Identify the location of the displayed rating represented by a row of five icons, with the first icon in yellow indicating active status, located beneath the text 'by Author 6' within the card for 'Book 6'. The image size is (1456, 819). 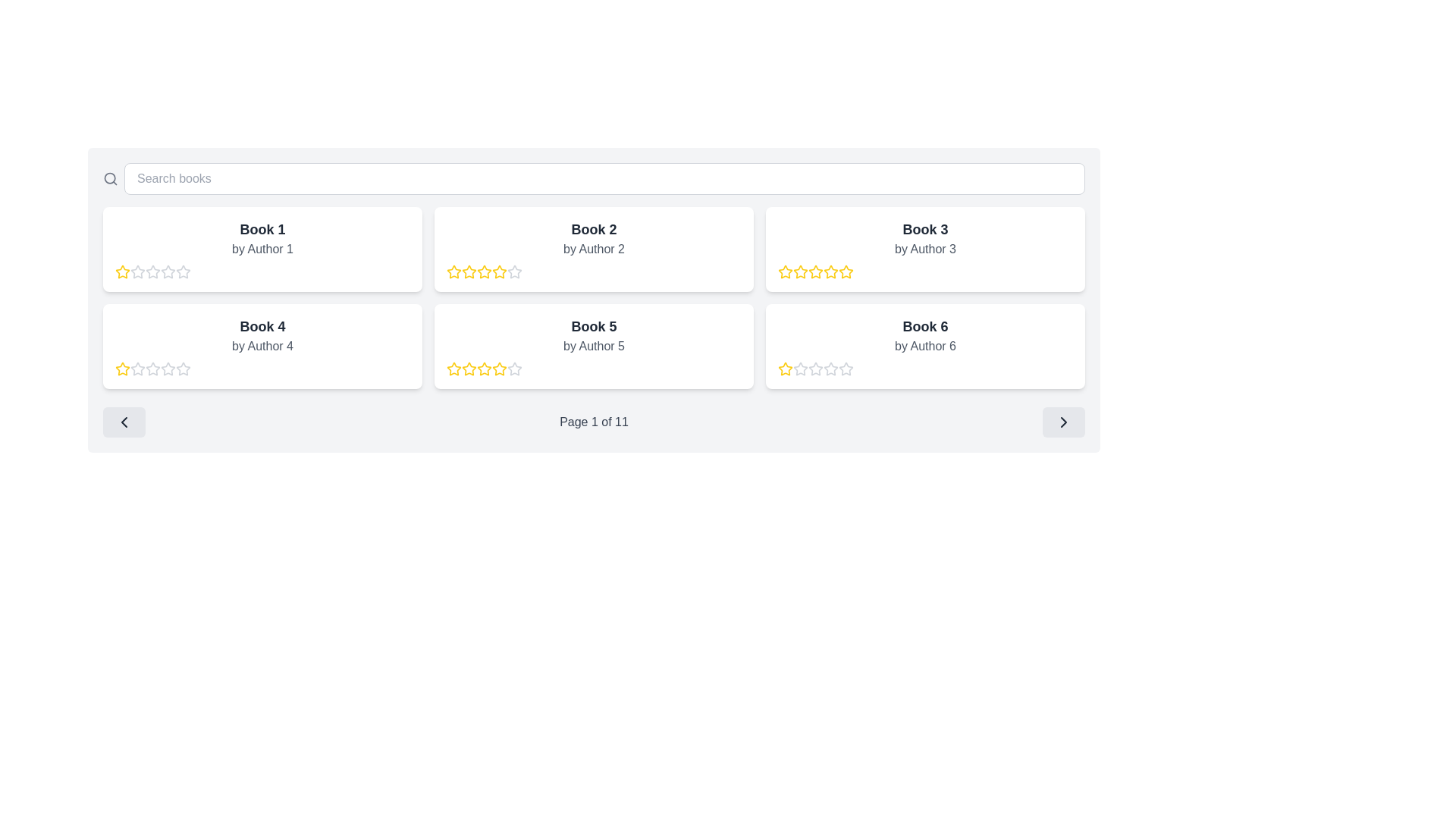
(924, 369).